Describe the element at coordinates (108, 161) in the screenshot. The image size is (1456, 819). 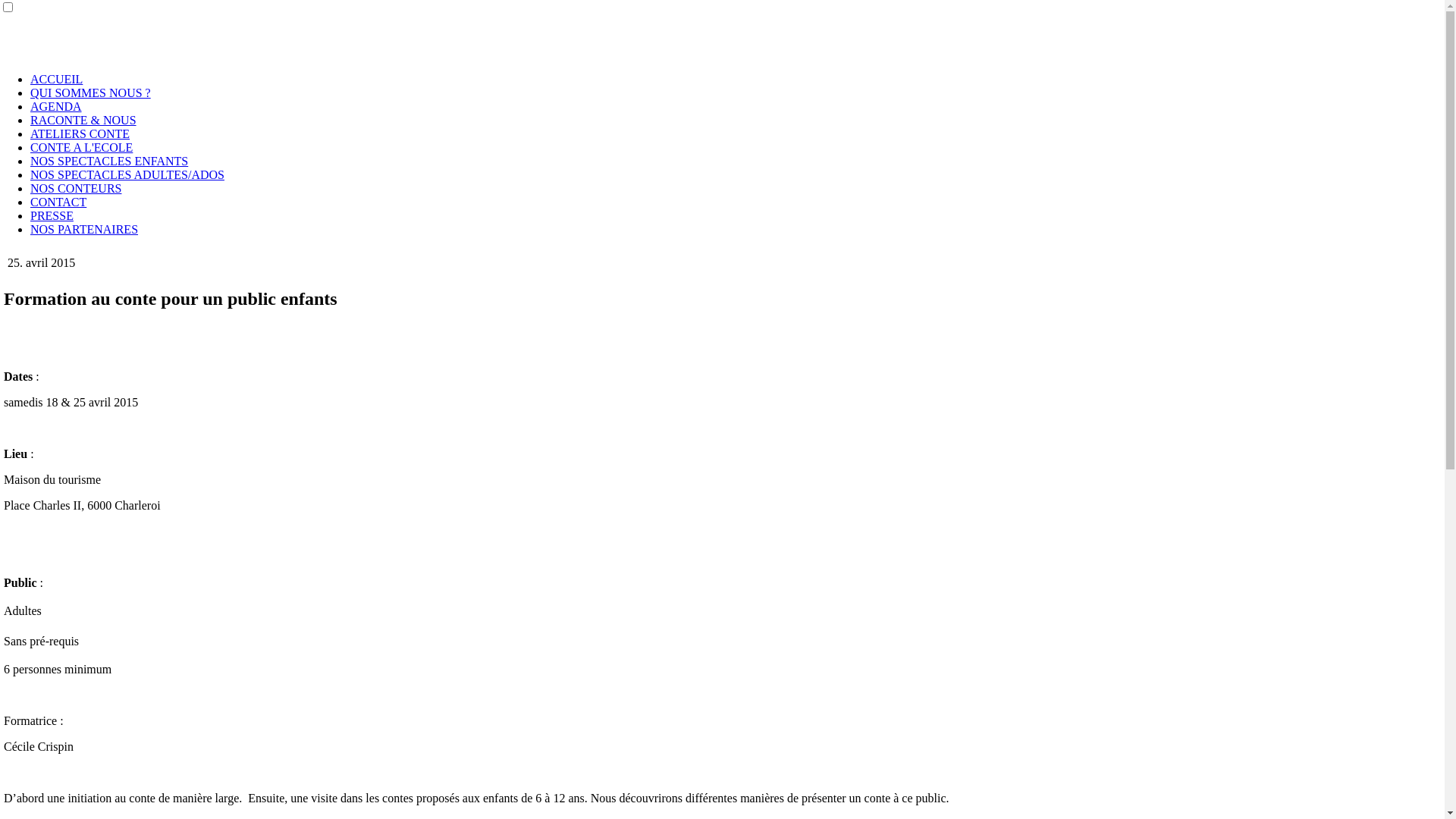
I see `'NOS SPECTACLES ENFANTS'` at that location.